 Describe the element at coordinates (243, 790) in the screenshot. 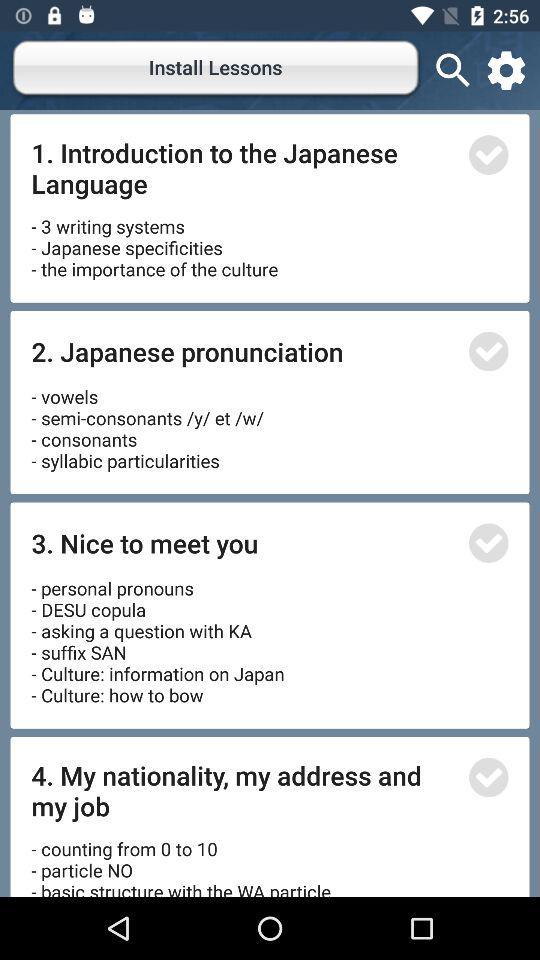

I see `item above the counting from 0` at that location.